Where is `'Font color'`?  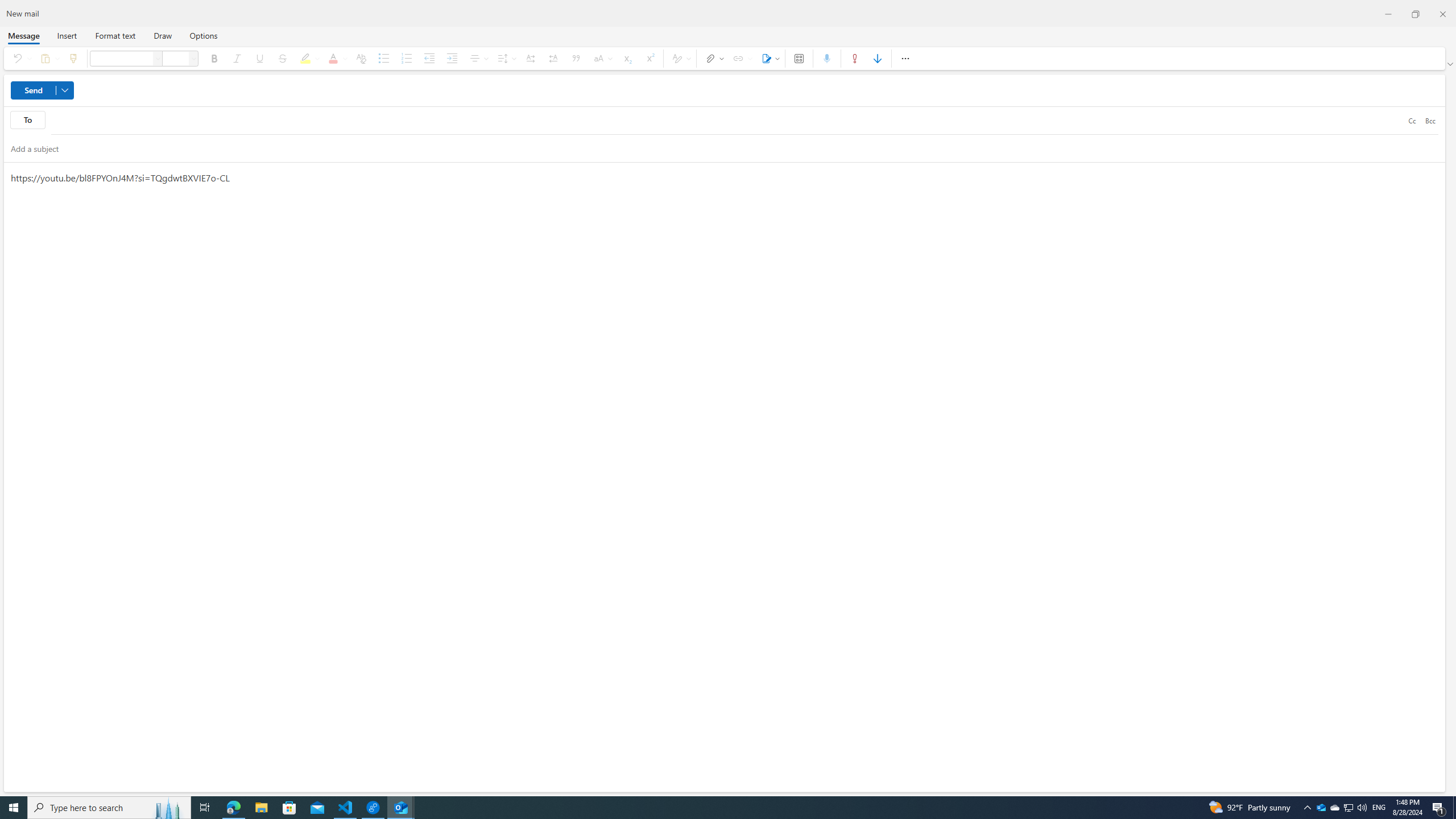
'Font color' is located at coordinates (336, 58).